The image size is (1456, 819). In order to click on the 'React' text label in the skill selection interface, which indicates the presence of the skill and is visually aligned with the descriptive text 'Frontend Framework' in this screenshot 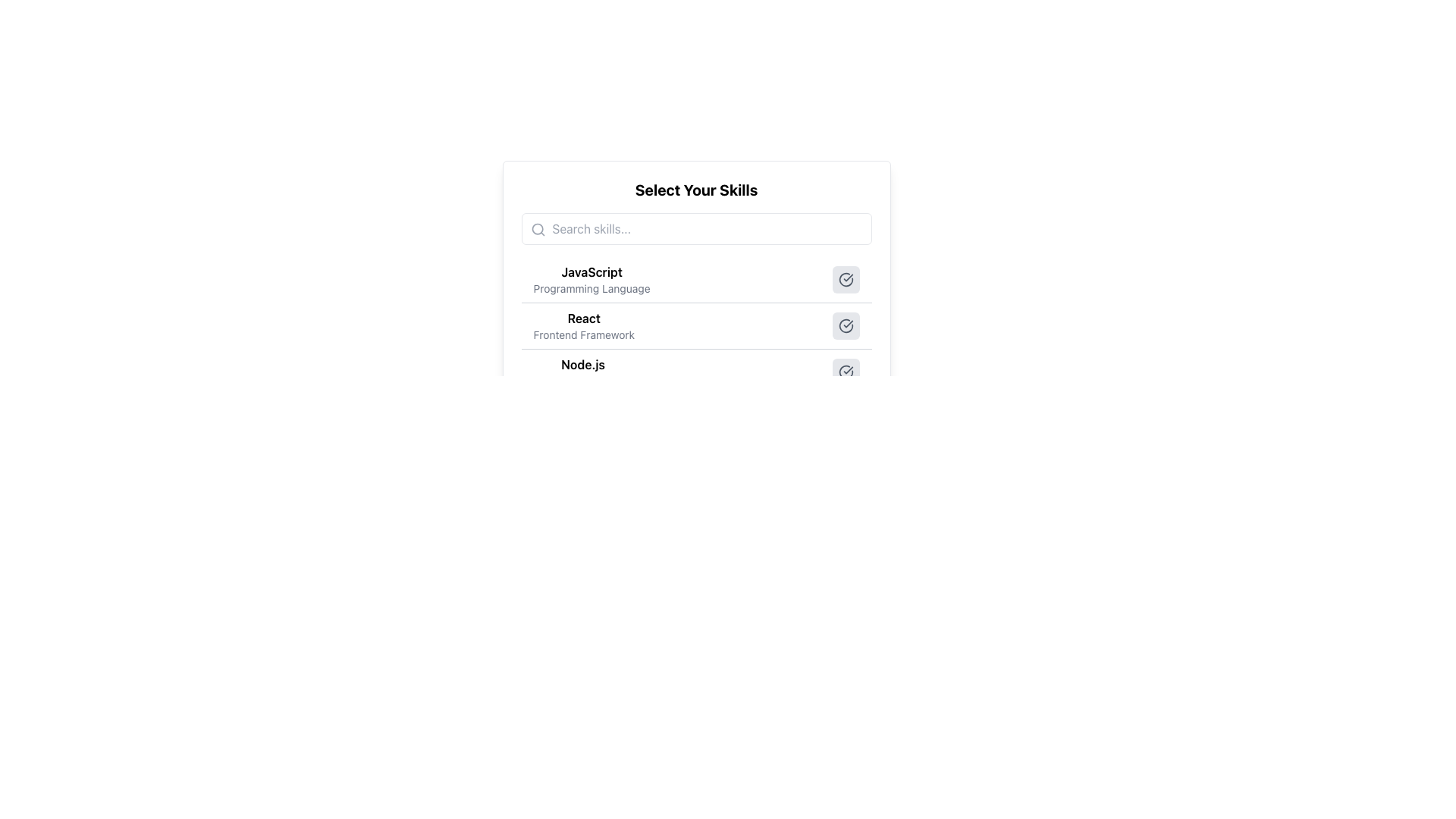, I will do `click(583, 318)`.